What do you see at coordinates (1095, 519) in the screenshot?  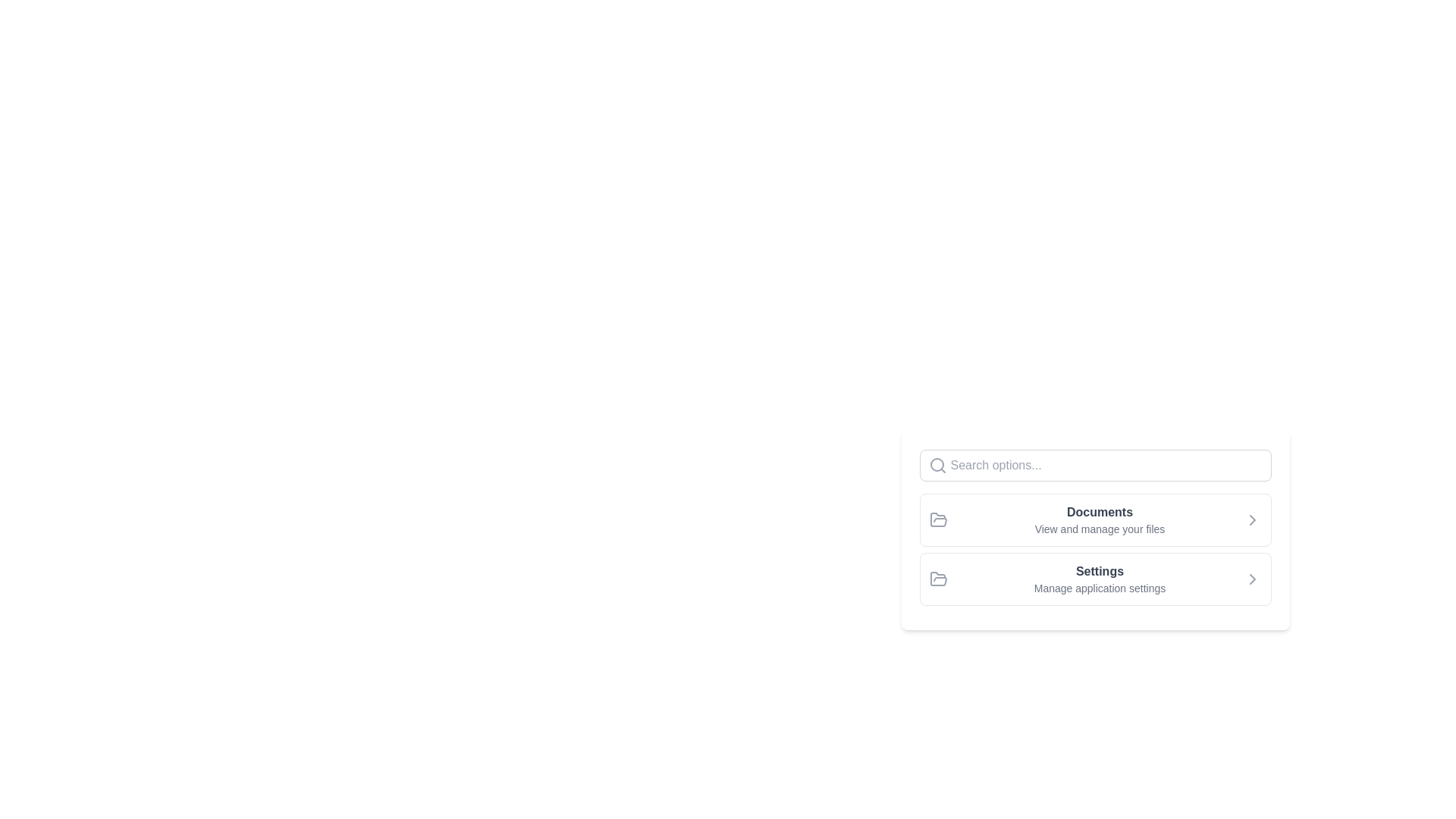 I see `the first navigational button in the vertical list that redirects to the document management section` at bounding box center [1095, 519].